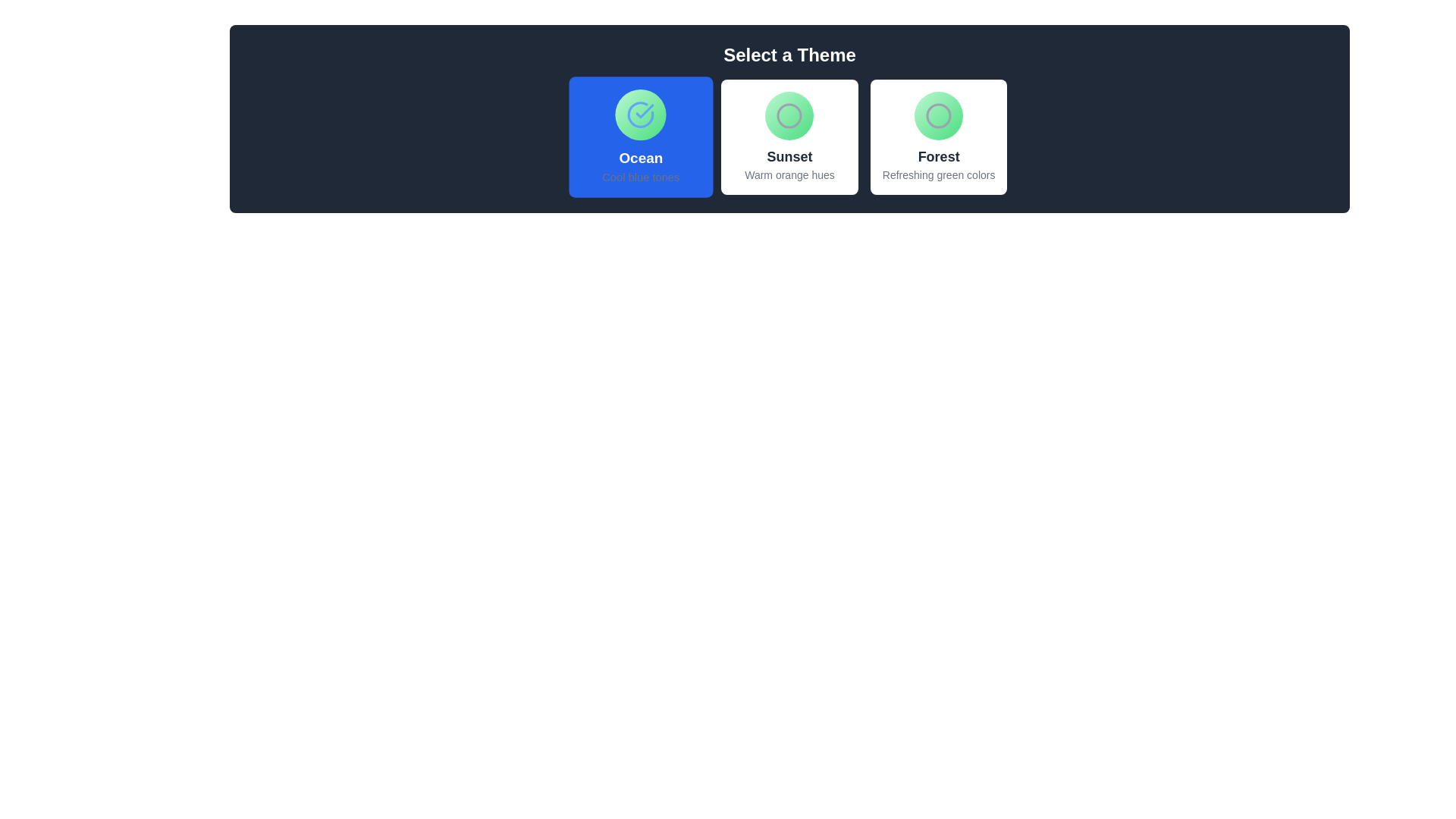 This screenshot has height=819, width=1456. What do you see at coordinates (640, 158) in the screenshot?
I see `the static text element displaying the label 'Ocean' which is positioned at the bottom center of a card with a blue background` at bounding box center [640, 158].